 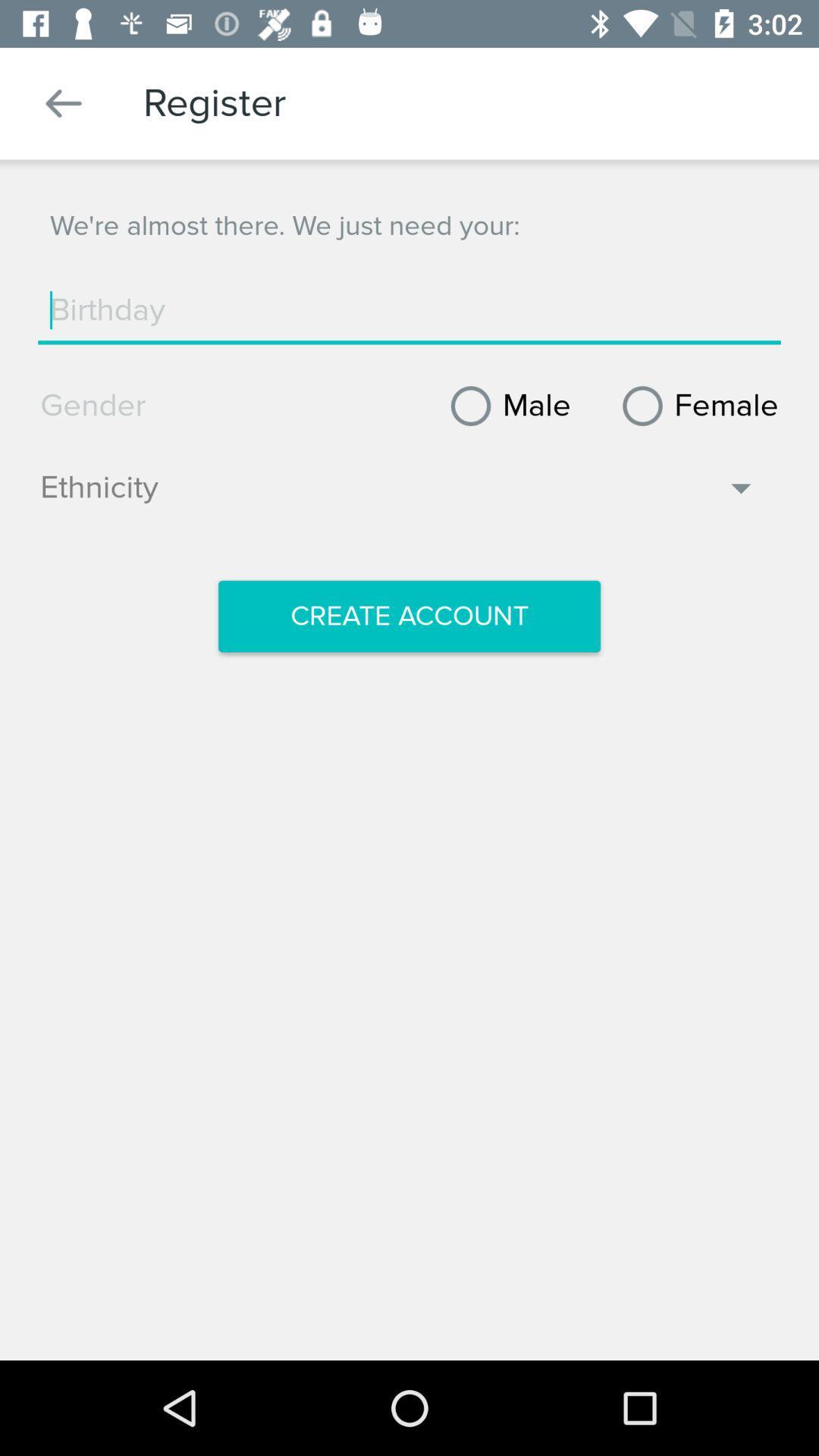 What do you see at coordinates (505, 406) in the screenshot?
I see `icon next to the female` at bounding box center [505, 406].